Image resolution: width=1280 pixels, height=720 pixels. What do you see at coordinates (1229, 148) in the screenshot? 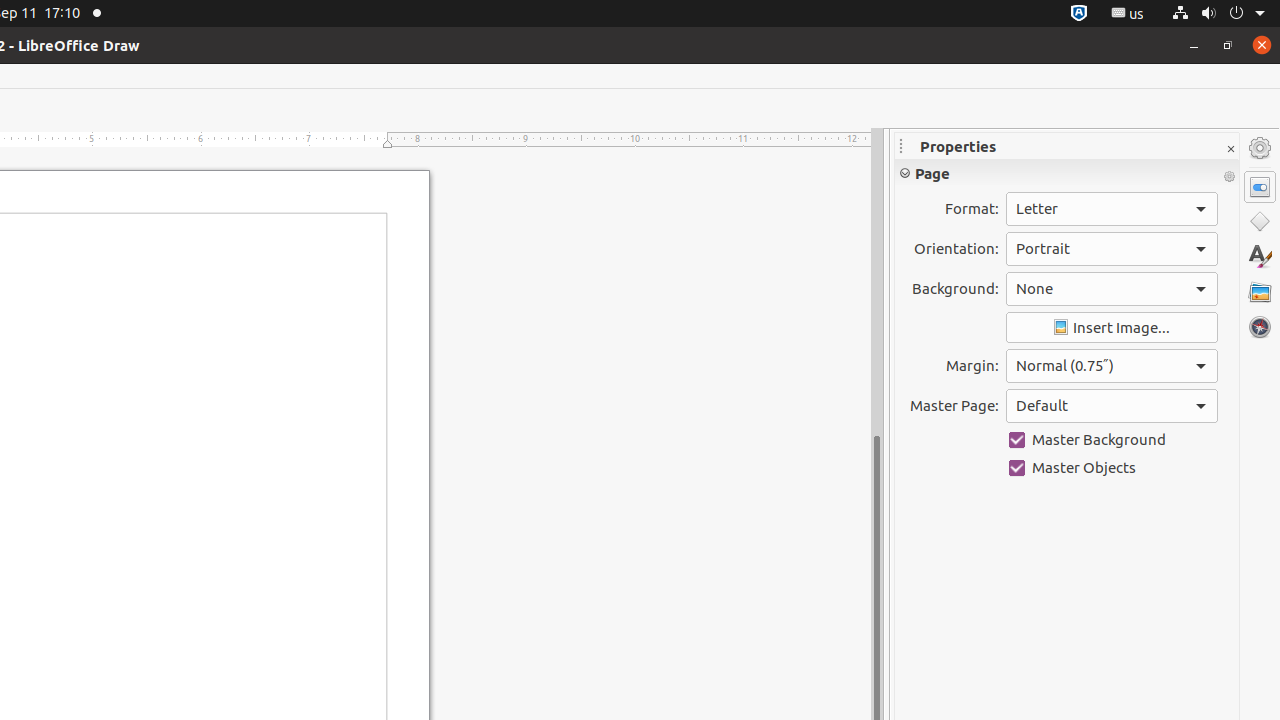
I see `'Close Sidebar Deck'` at bounding box center [1229, 148].